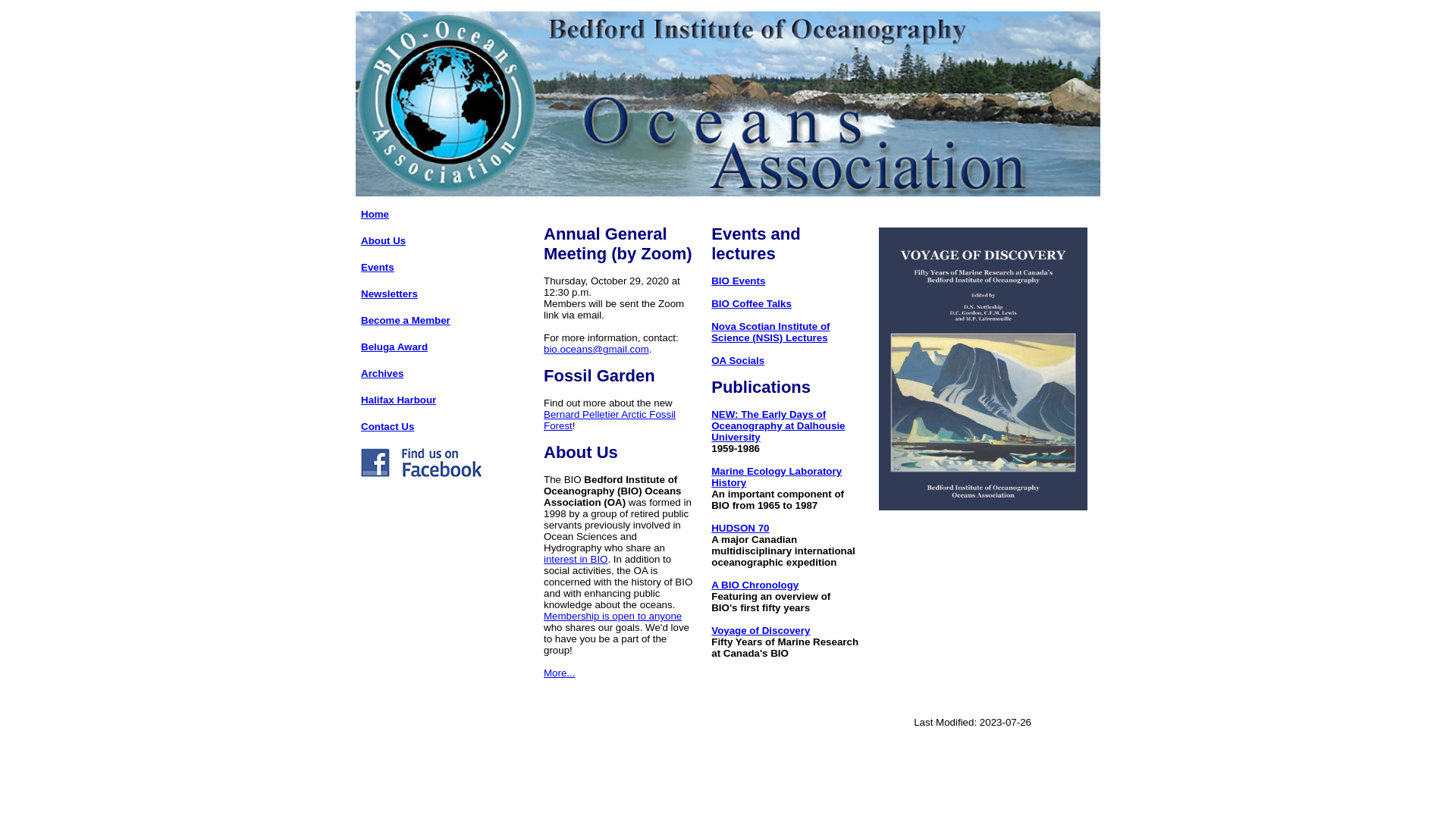 This screenshot has height=819, width=1456. Describe the element at coordinates (382, 373) in the screenshot. I see `'Archives'` at that location.